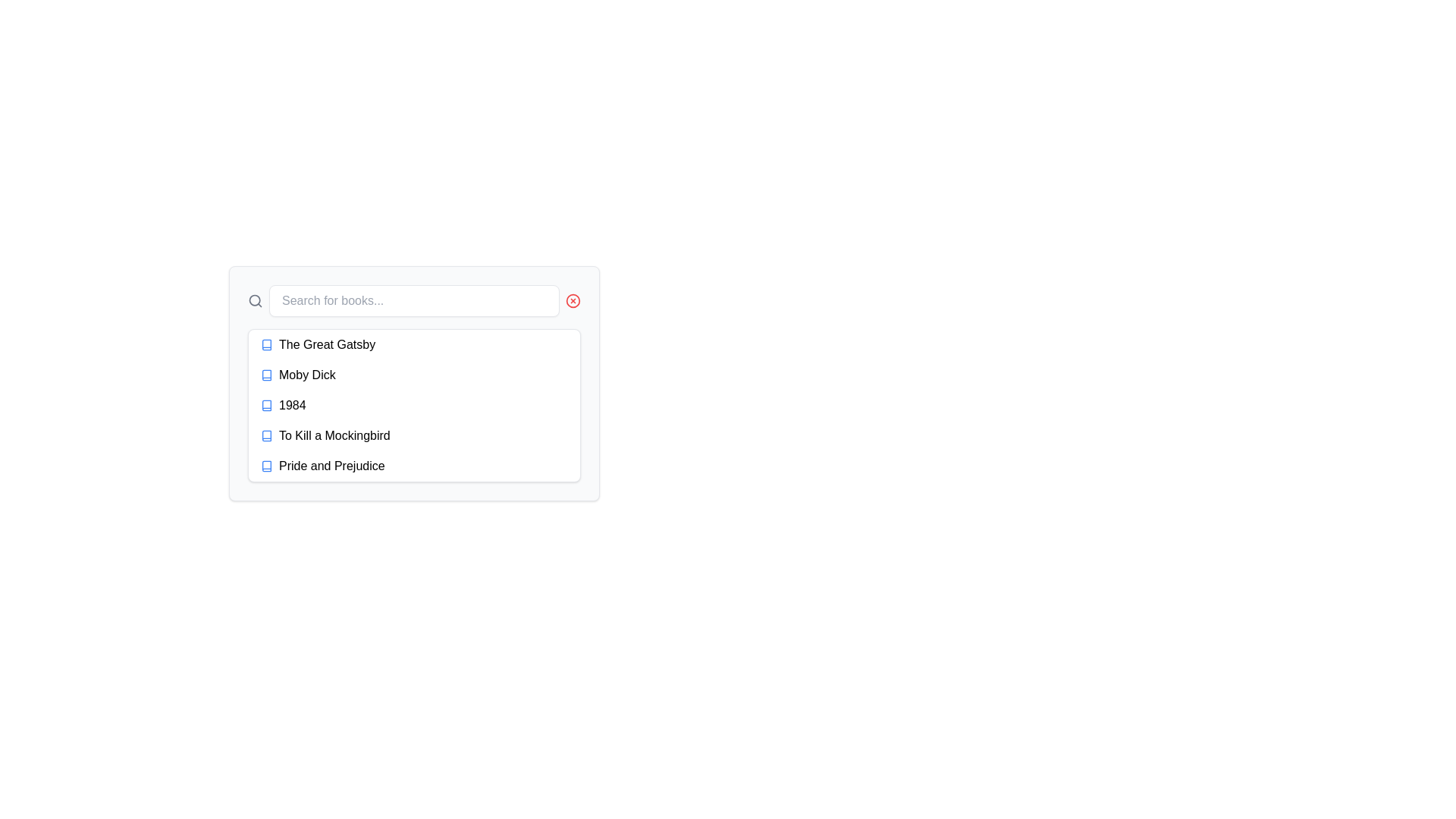 The height and width of the screenshot is (819, 1456). What do you see at coordinates (414, 301) in the screenshot?
I see `inside the text input field, which is a horizontally-aligned box with a search icon on the left and a red close icon on the right, to focus it` at bounding box center [414, 301].